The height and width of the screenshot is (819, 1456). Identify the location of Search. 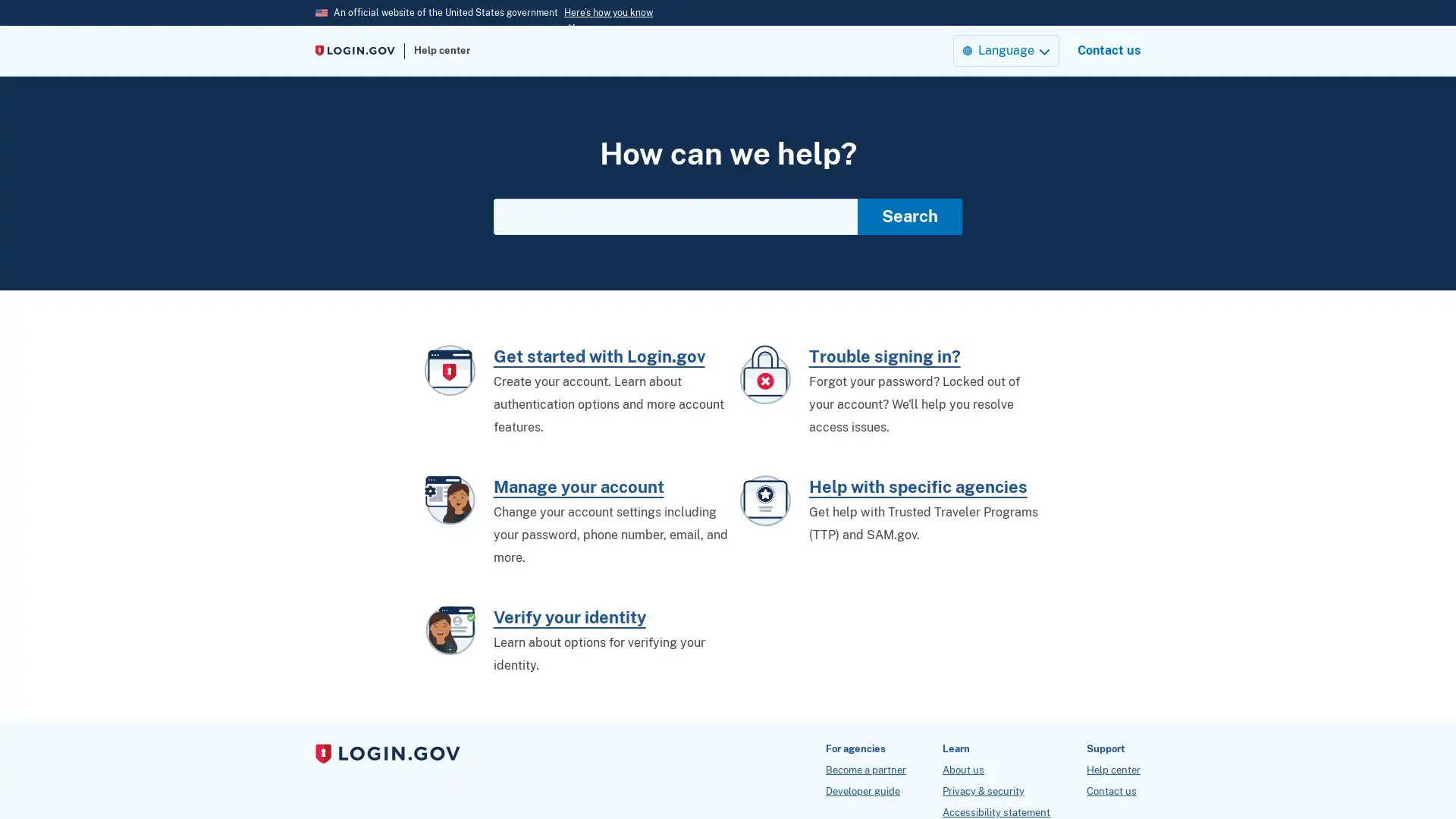
(910, 216).